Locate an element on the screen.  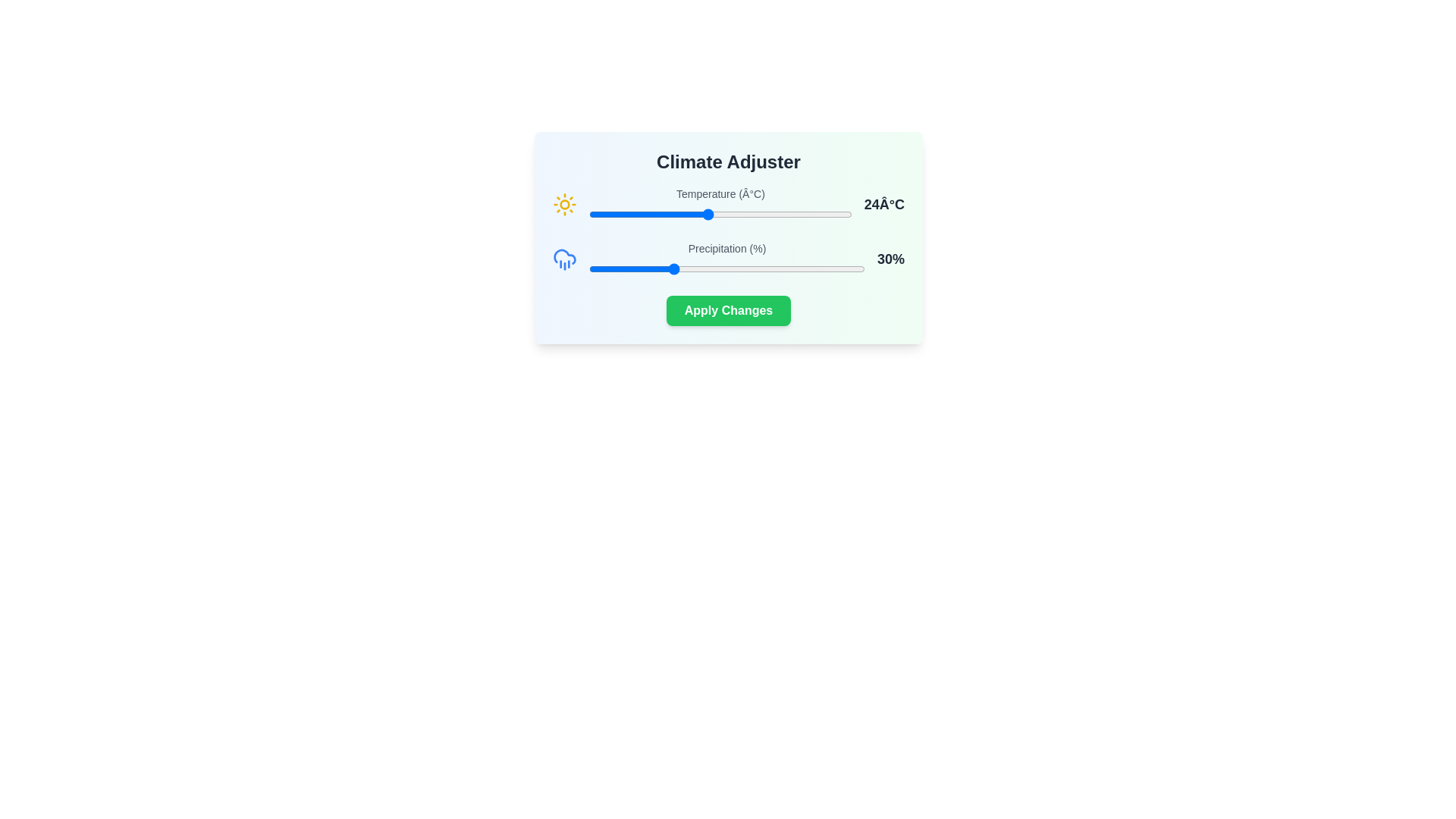
the temperature slider to 15°C is located at coordinates (588, 214).